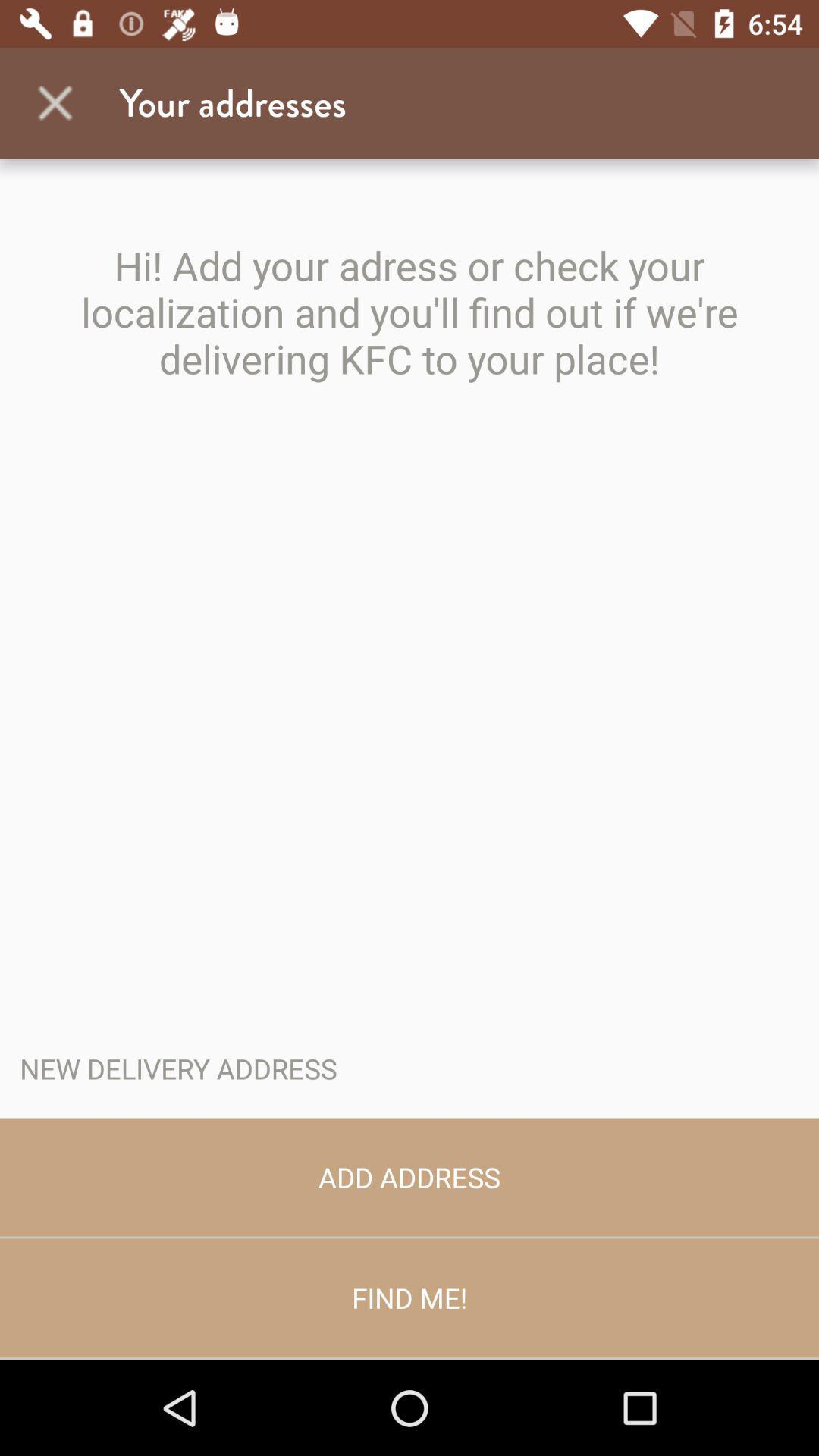 The image size is (819, 1456). What do you see at coordinates (55, 102) in the screenshot?
I see `icon to the left of the your addresses` at bounding box center [55, 102].